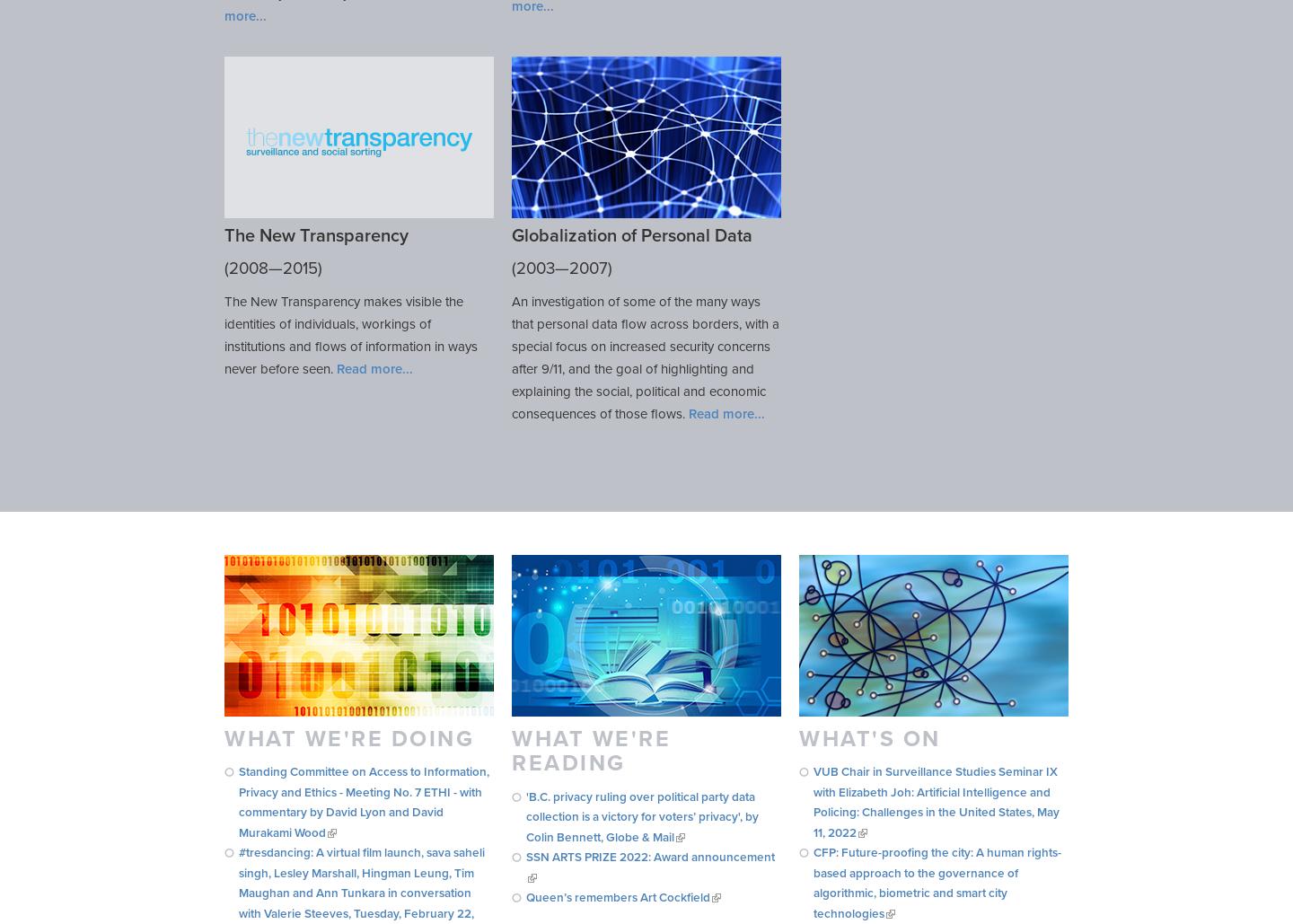 This screenshot has width=1293, height=924. Describe the element at coordinates (645, 356) in the screenshot. I see `'An investigation of some of the many ways that personal data flow across borders, with a special focus on increased security concerns after 9/11, and the goal of highlighting and explaining the social, political and economic consequences of those flows.'` at that location.